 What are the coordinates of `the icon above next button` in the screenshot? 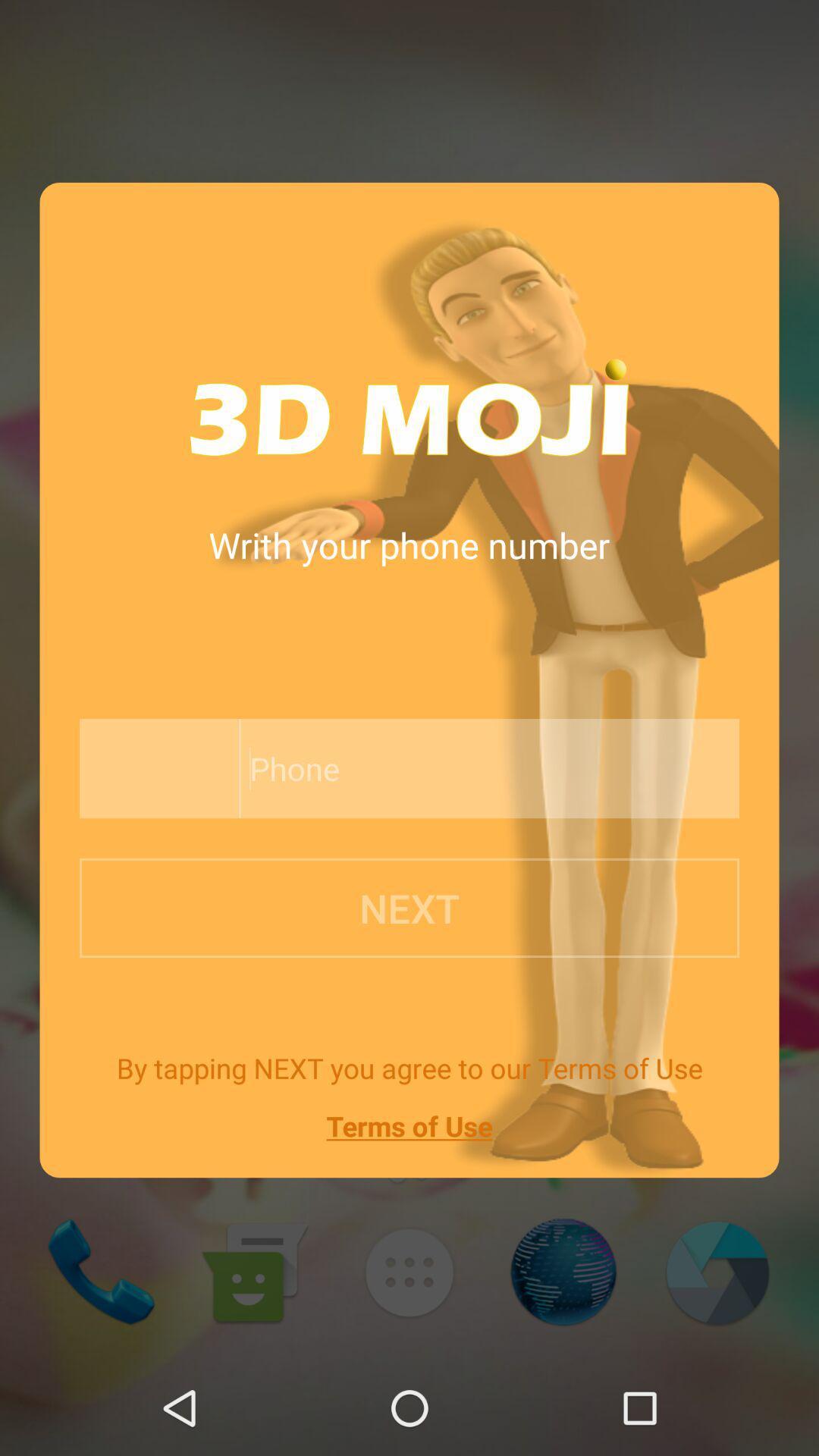 It's located at (155, 768).